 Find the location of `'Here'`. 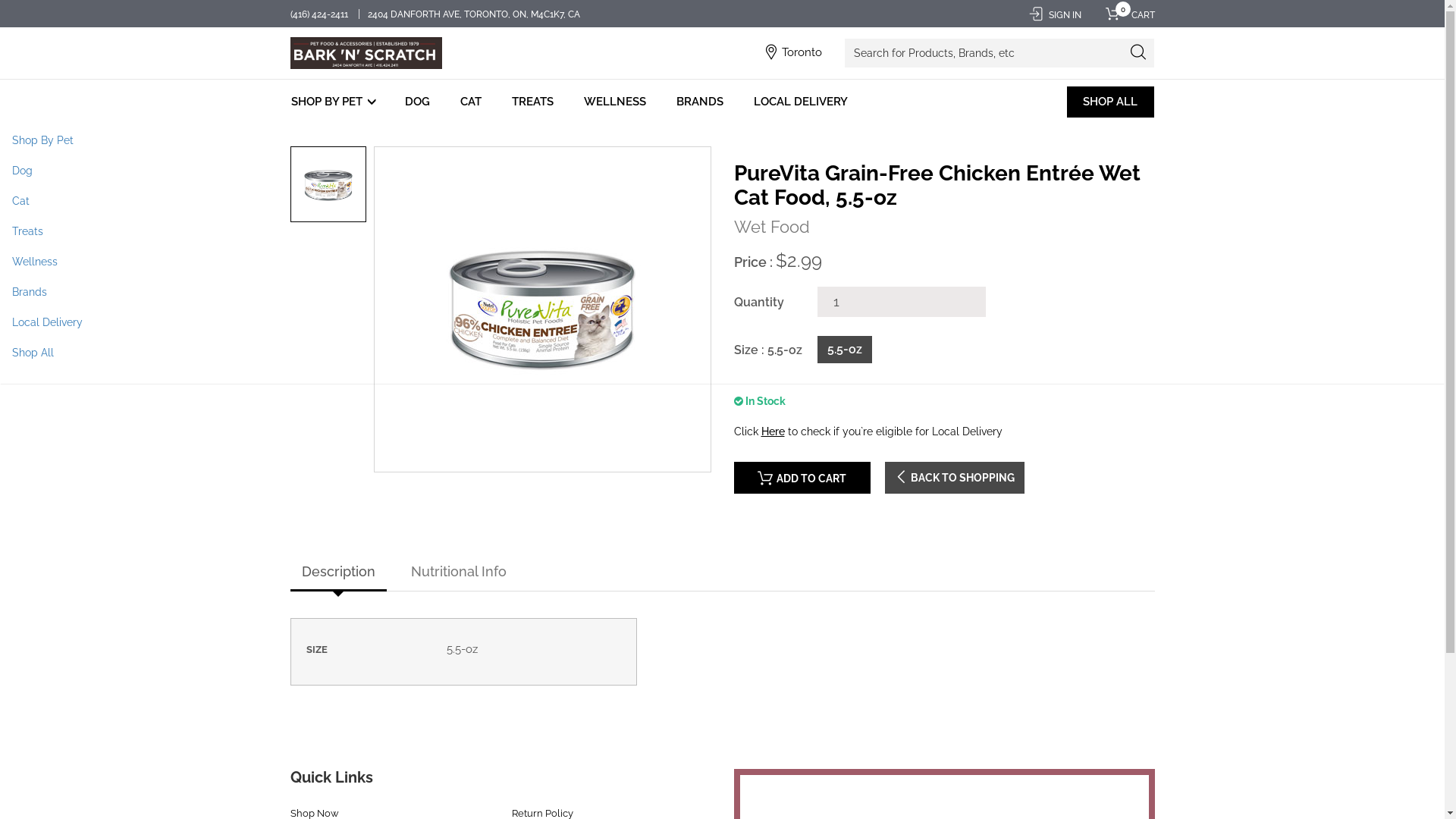

'Here' is located at coordinates (773, 431).